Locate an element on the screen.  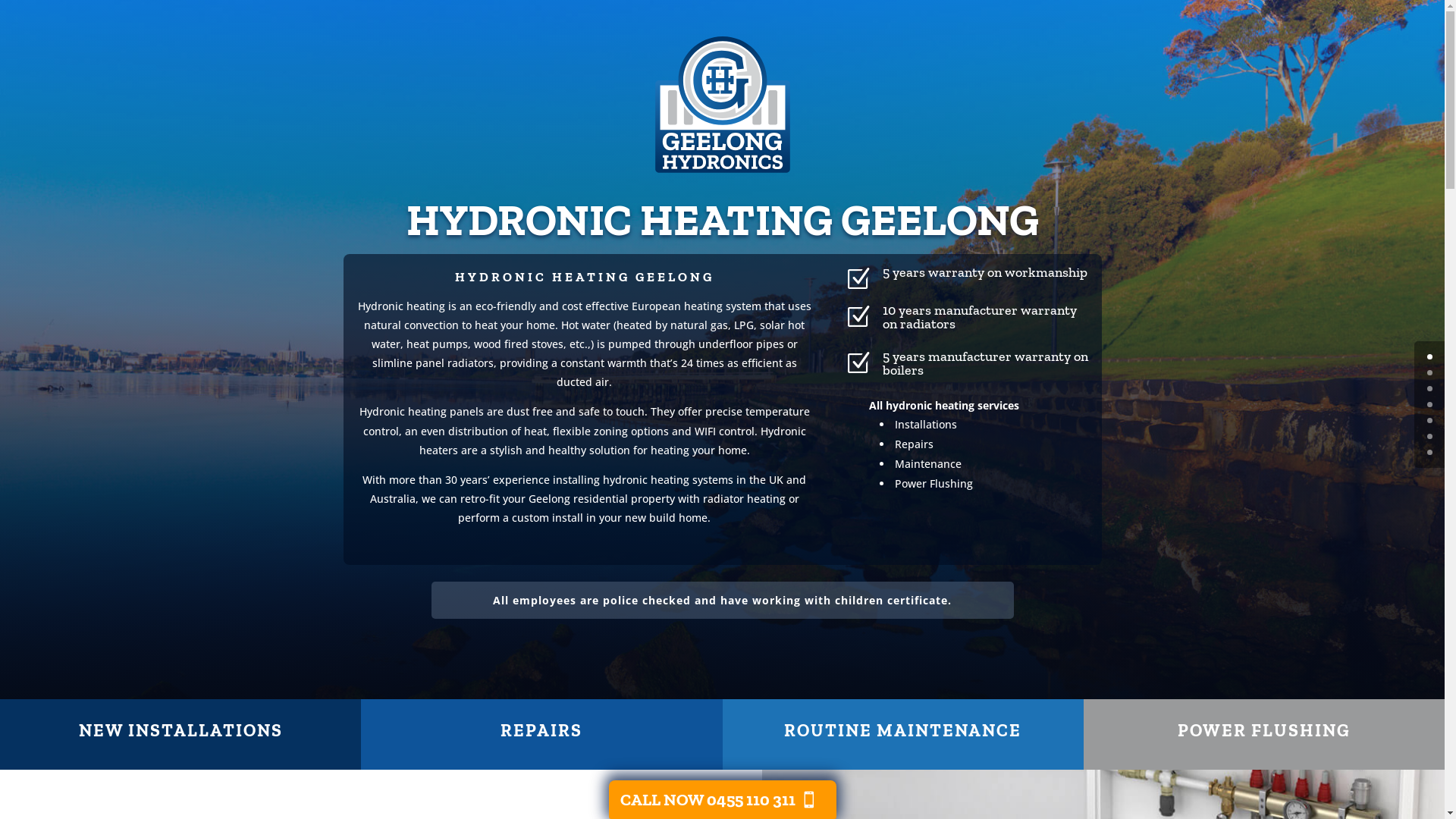
'Hydronic Heating Geelong' is located at coordinates (654, 103).